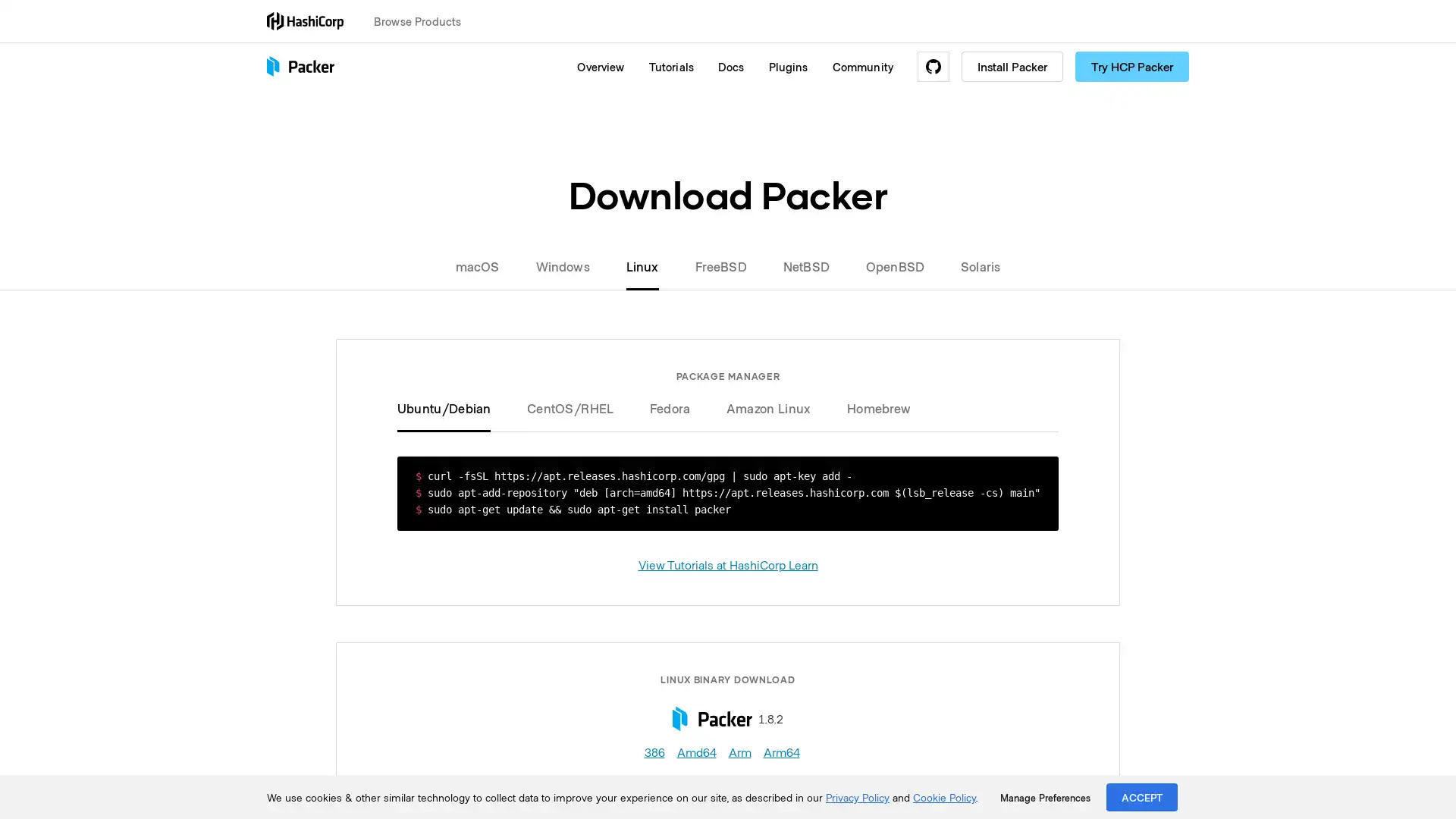 The image size is (1456, 819). Describe the element at coordinates (971, 265) in the screenshot. I see `Solaris` at that location.